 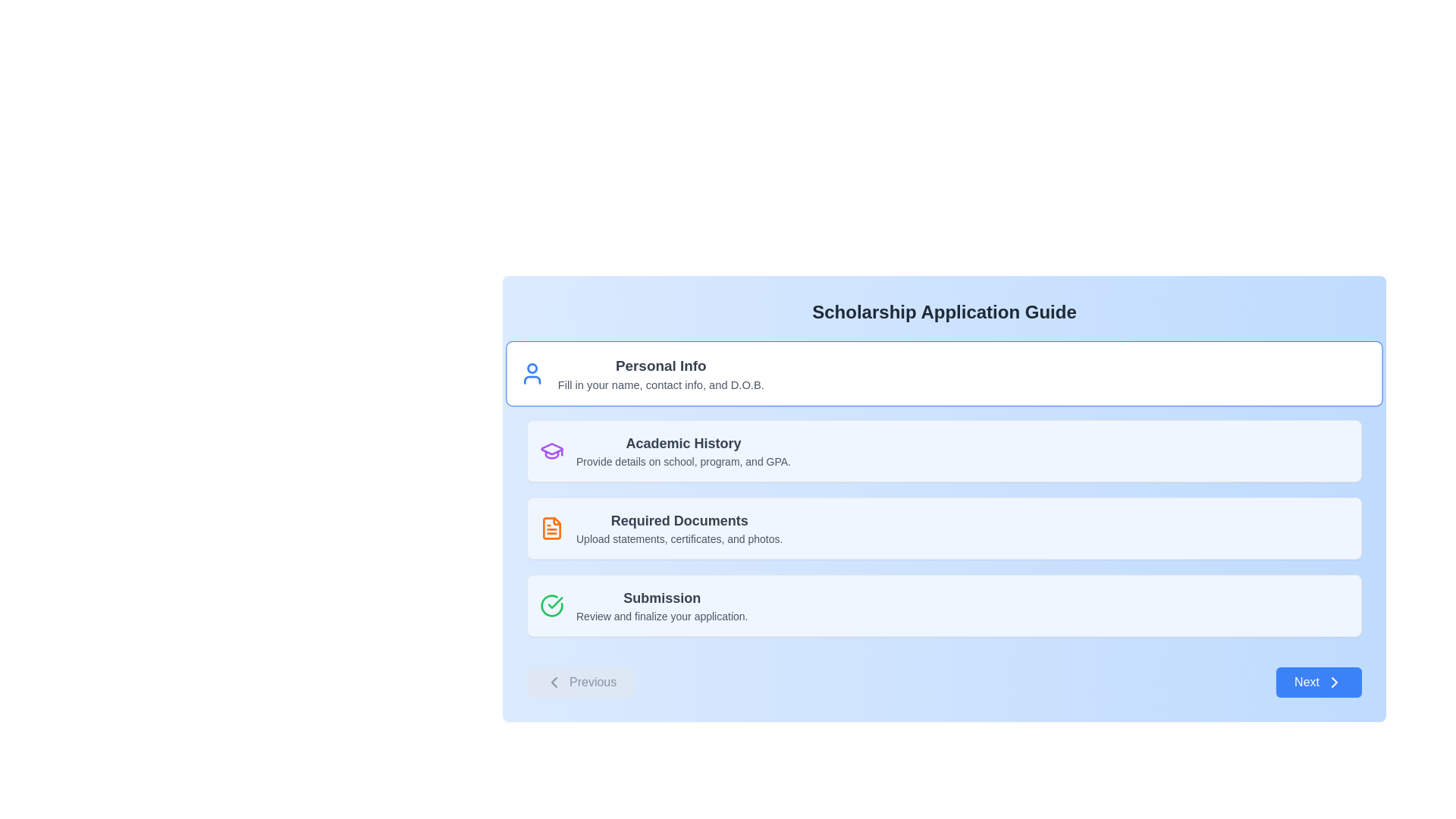 I want to click on text content element that displays 'Submission' and 'Review and finalize your application.' located in the fourth card of the application steps list, so click(x=662, y=604).